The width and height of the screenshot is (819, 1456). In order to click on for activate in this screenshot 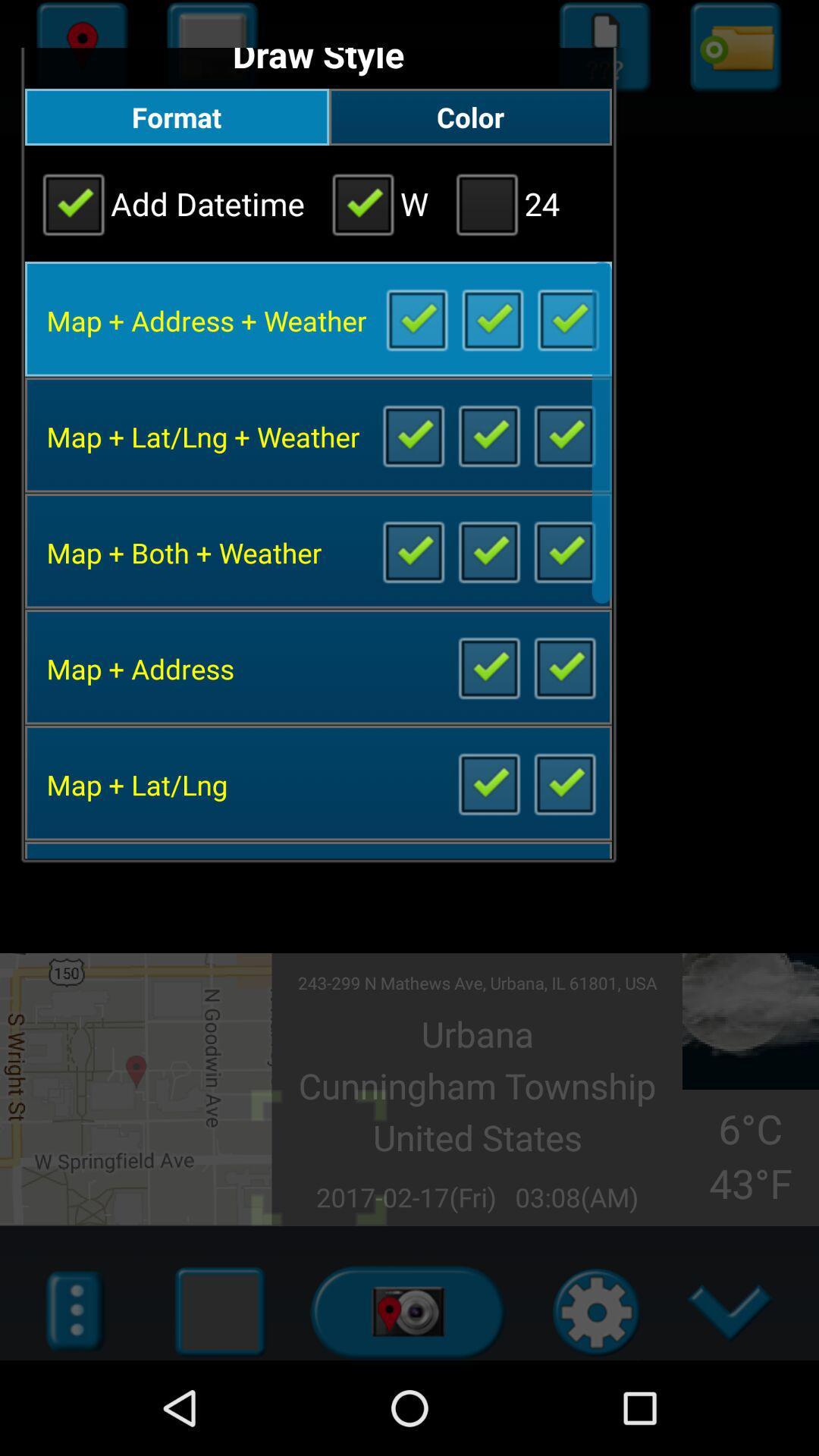, I will do `click(488, 550)`.